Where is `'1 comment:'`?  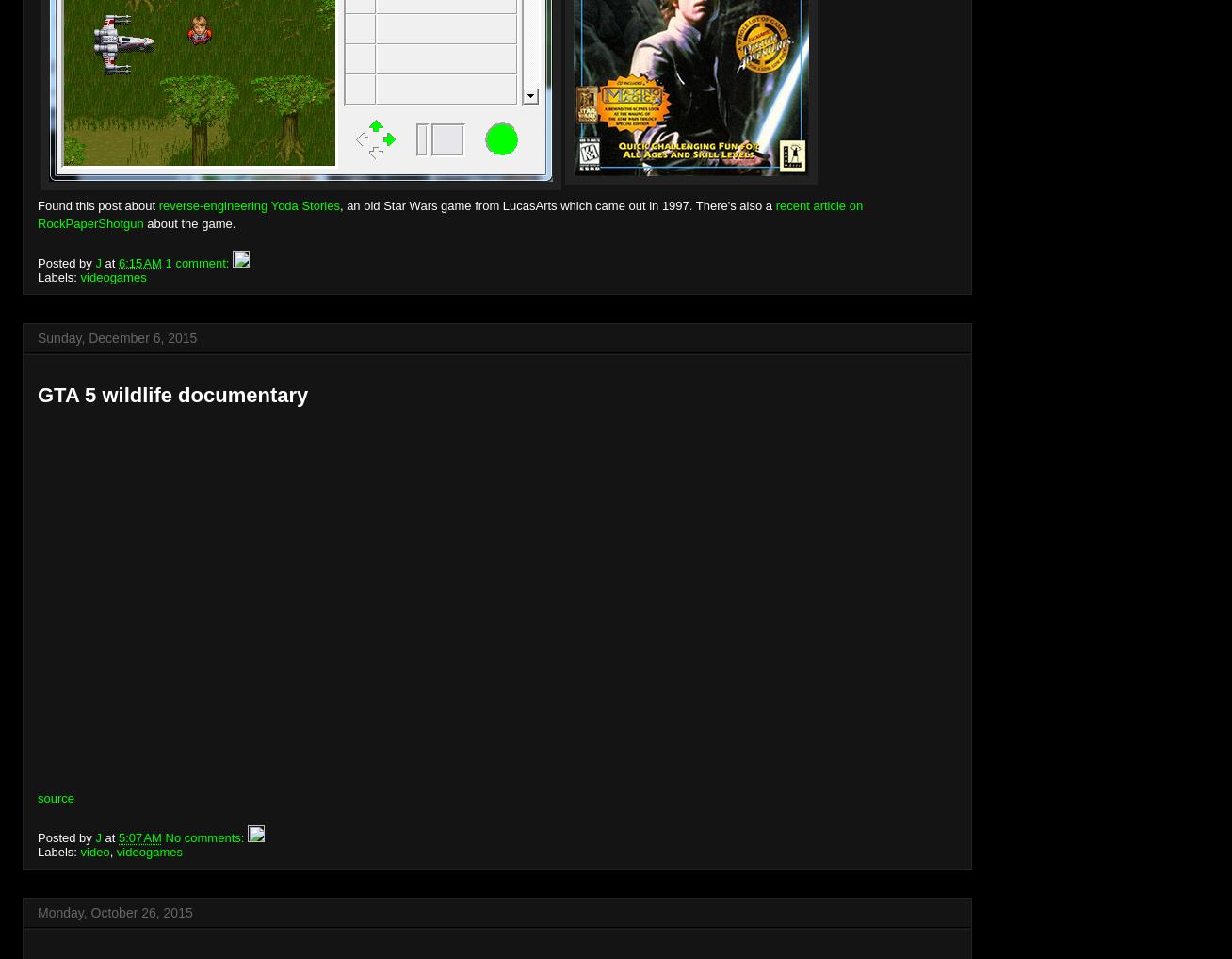
'1 comment:' is located at coordinates (198, 263).